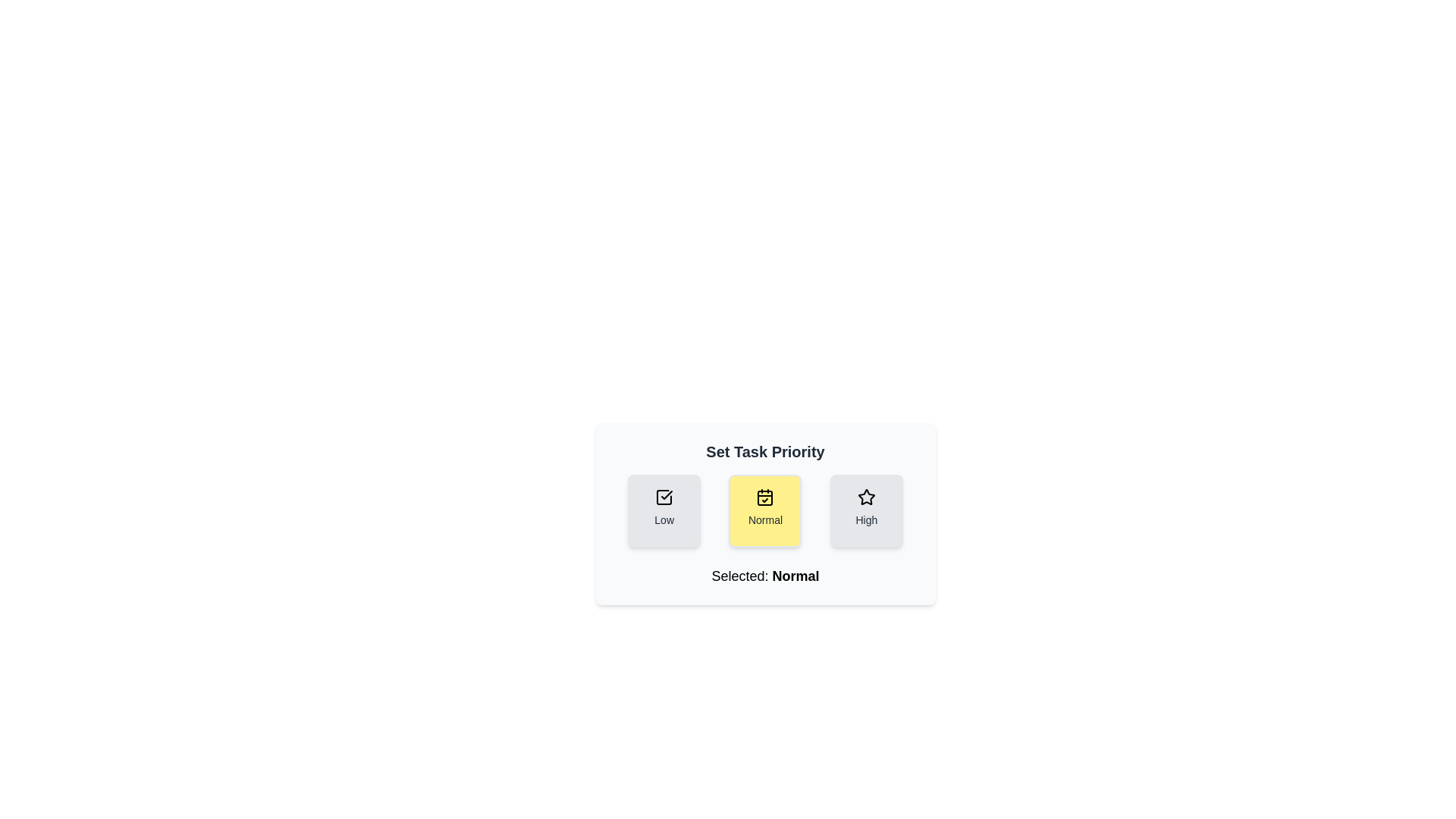 Image resolution: width=1456 pixels, height=819 pixels. I want to click on the priority button labeled Normal, so click(765, 511).